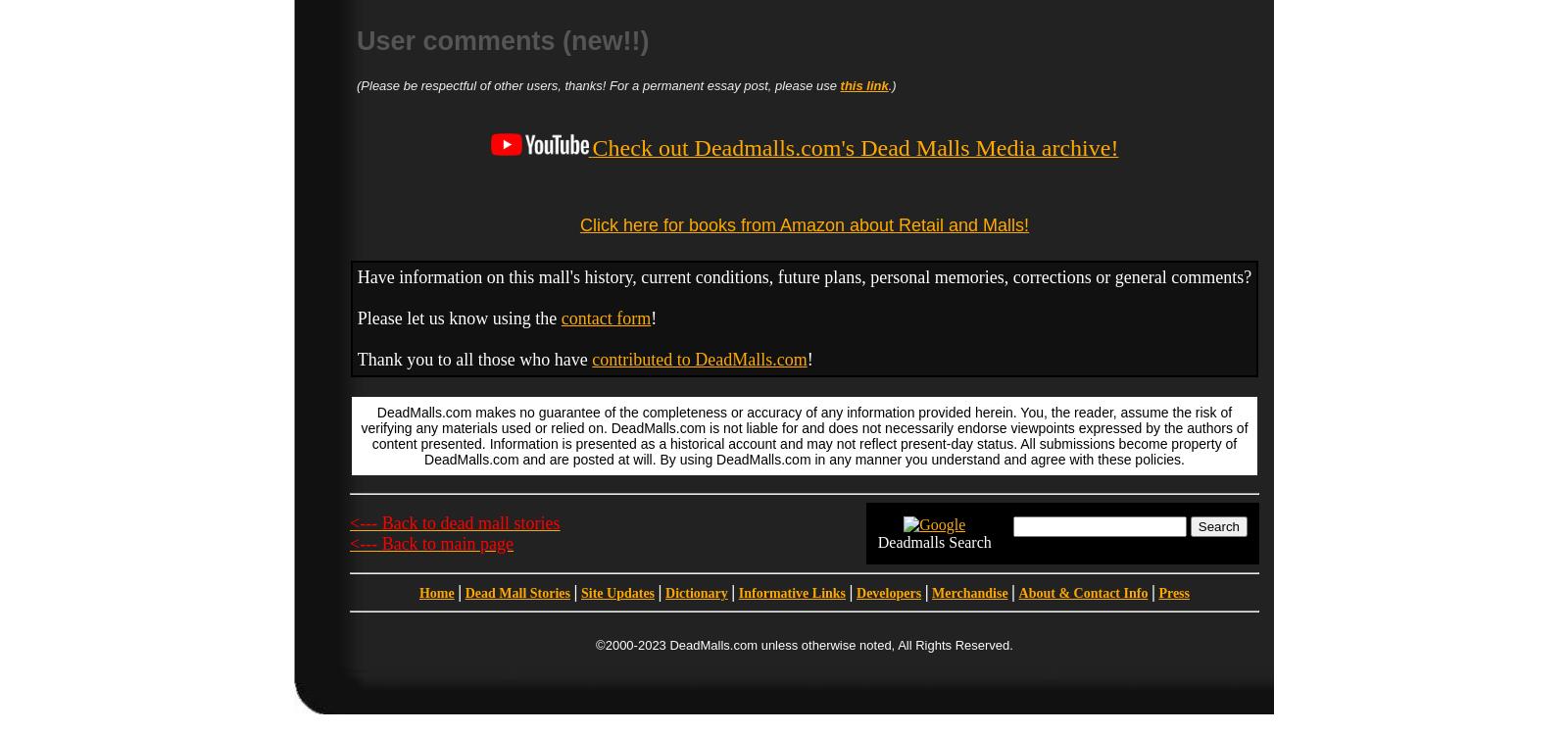  I want to click on 'DeadMalls.com makes no guarantee of the completeness or accuracy of any
information provided herein. You, the reader, assume the risk of verifying
any materials used or relied on. DeadMalls.com is not liable for and does
not necessarily endorse viewpoints expressed by the authors of
content presented. Information is presented as a historical account and may not reflect
present-day status. All submissions become property of DeadMalls.com and are posted at will.
By using DeadMalls.com in any manner you understand and agree with these policies.', so click(803, 434).